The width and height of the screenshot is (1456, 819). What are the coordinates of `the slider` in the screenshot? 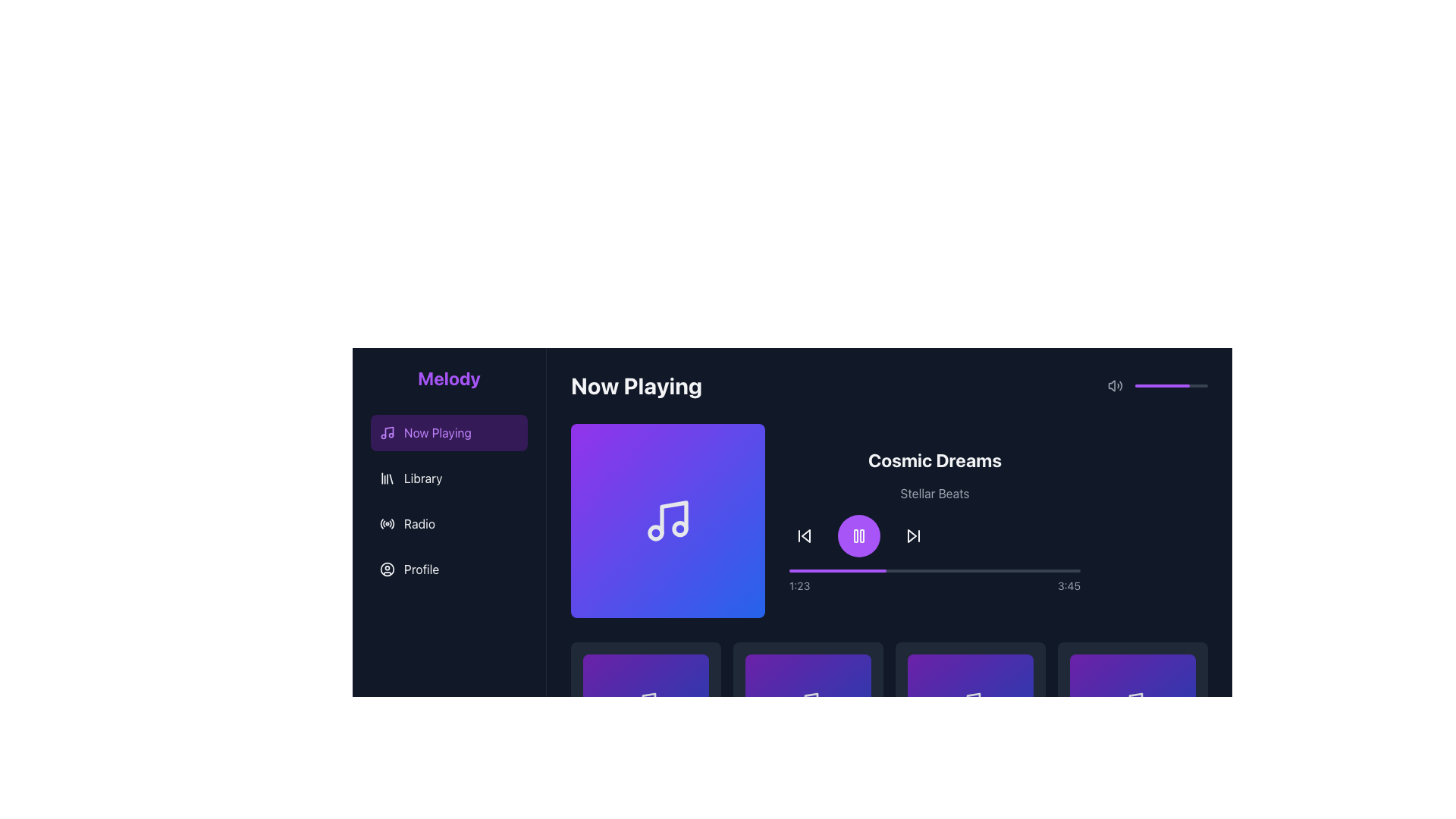 It's located at (1196, 385).